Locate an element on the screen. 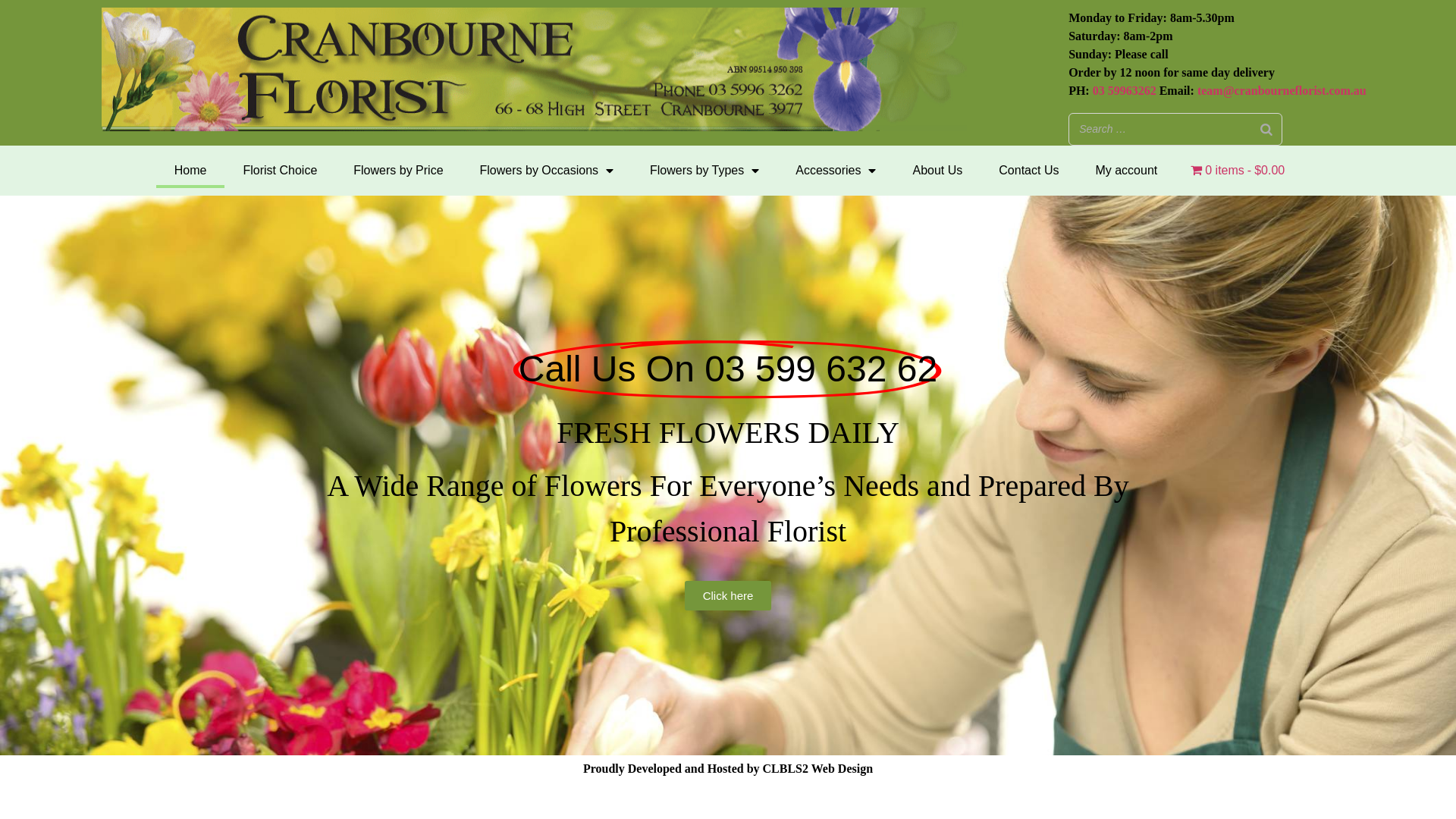 The width and height of the screenshot is (1456, 819). 'My account' is located at coordinates (1125, 170).